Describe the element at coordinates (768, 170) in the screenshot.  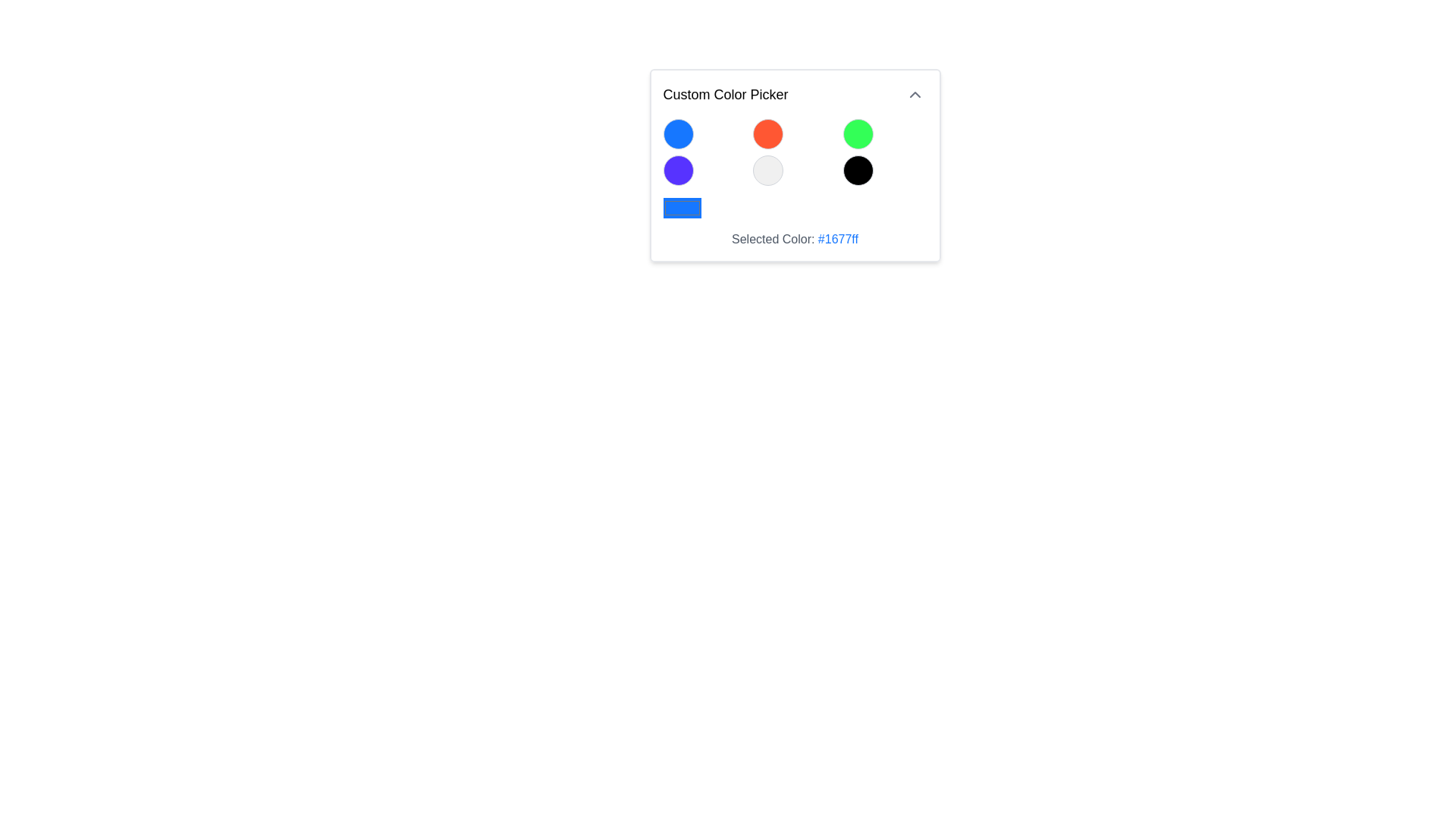
I see `the Interactive Color Selection Circle located in the second row and the middle column of the color picker UI` at that location.